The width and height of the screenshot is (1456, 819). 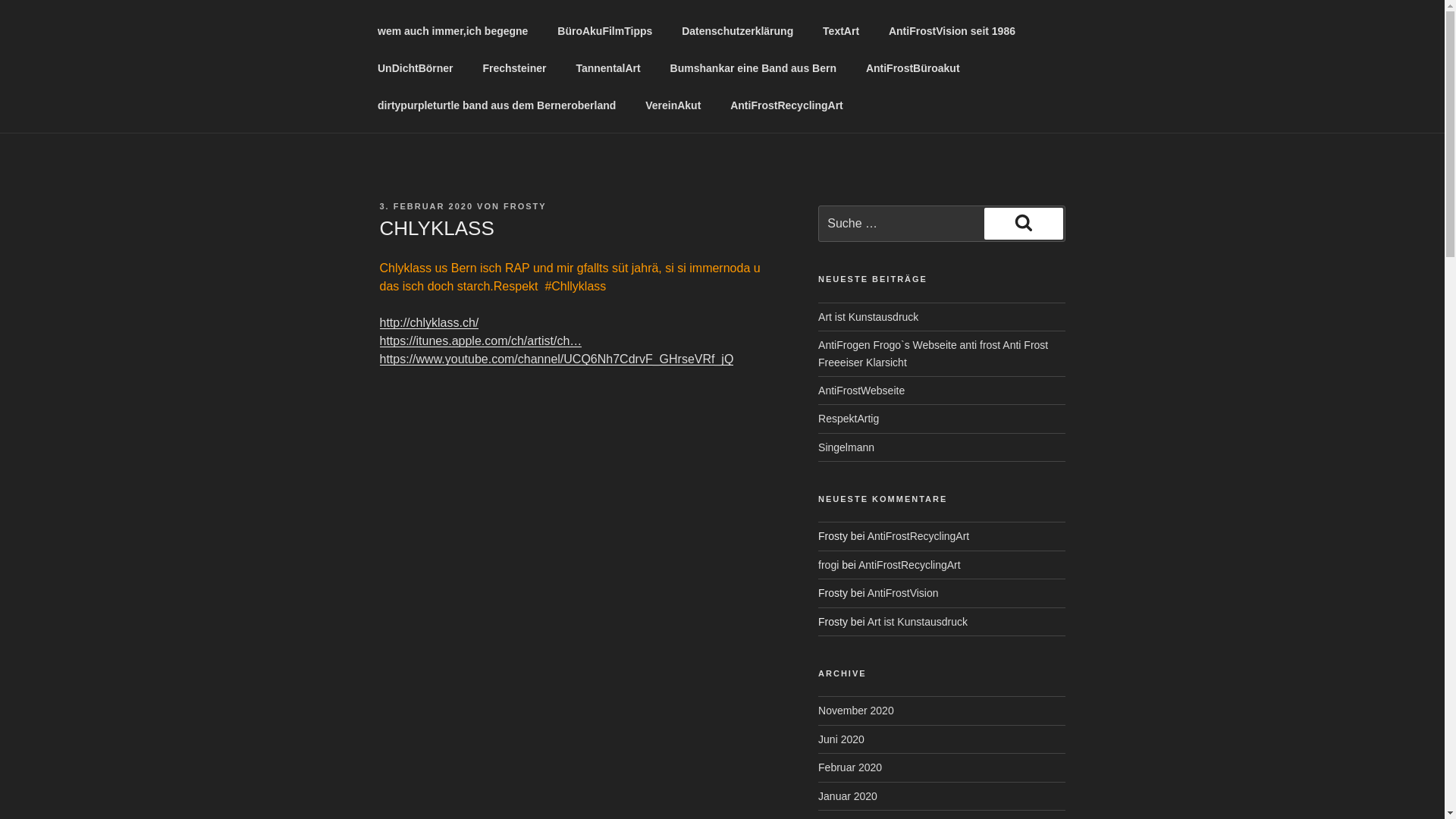 I want to click on 'TextArt', so click(x=840, y=31).